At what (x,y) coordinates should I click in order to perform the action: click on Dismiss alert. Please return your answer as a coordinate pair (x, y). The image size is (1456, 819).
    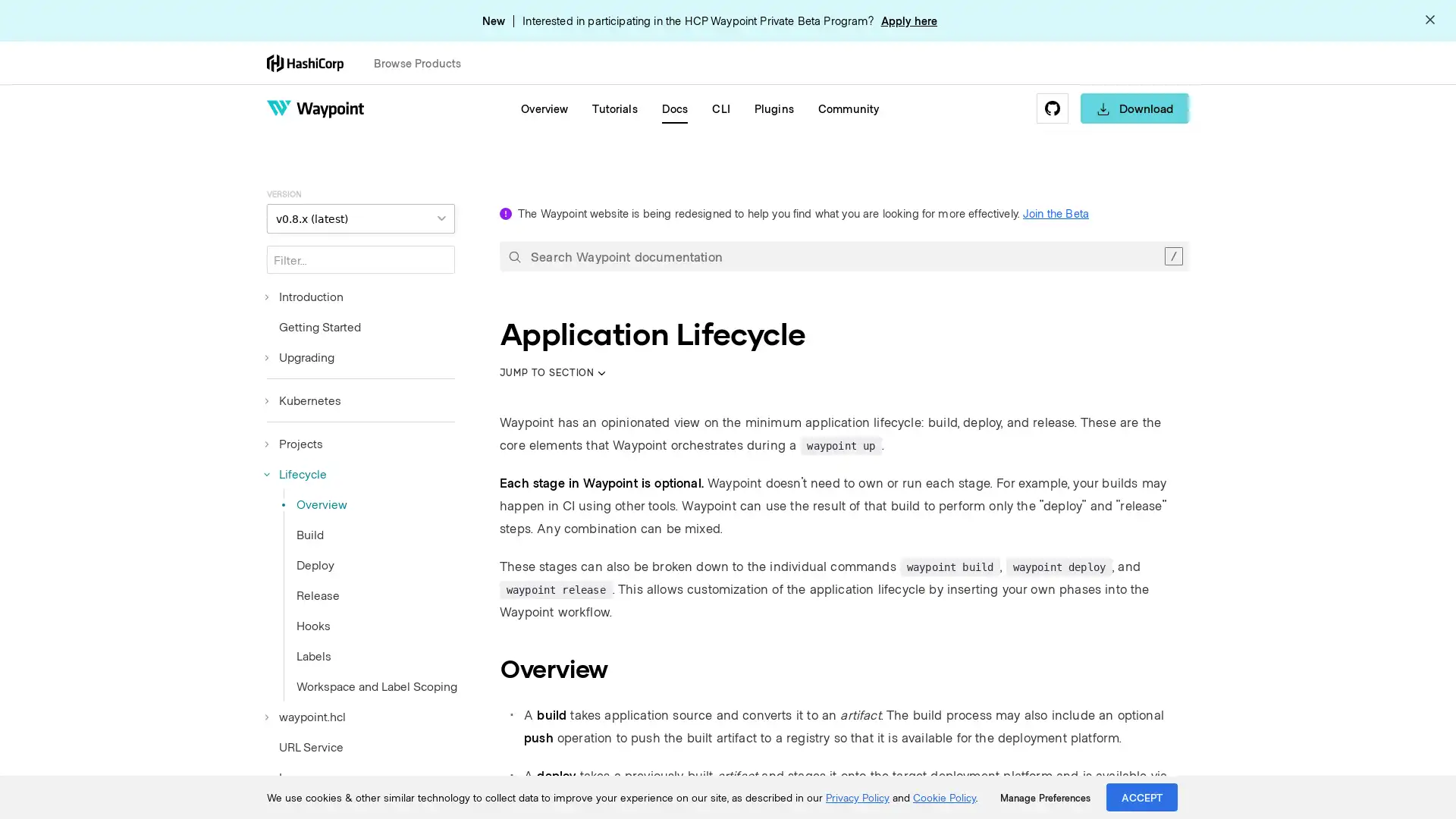
    Looking at the image, I should click on (1429, 20).